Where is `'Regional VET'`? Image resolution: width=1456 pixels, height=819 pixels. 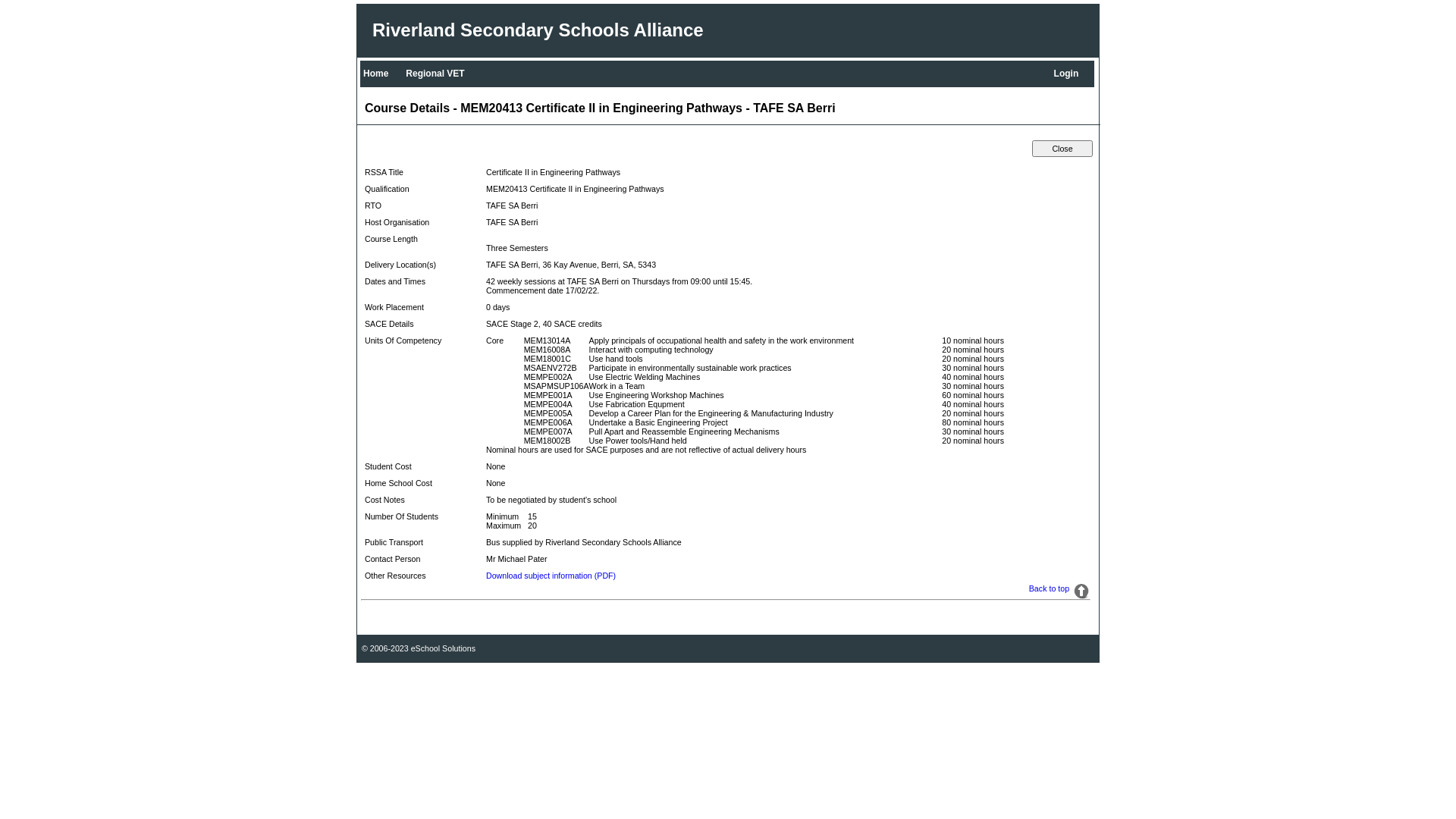
'Regional VET' is located at coordinates (403, 73).